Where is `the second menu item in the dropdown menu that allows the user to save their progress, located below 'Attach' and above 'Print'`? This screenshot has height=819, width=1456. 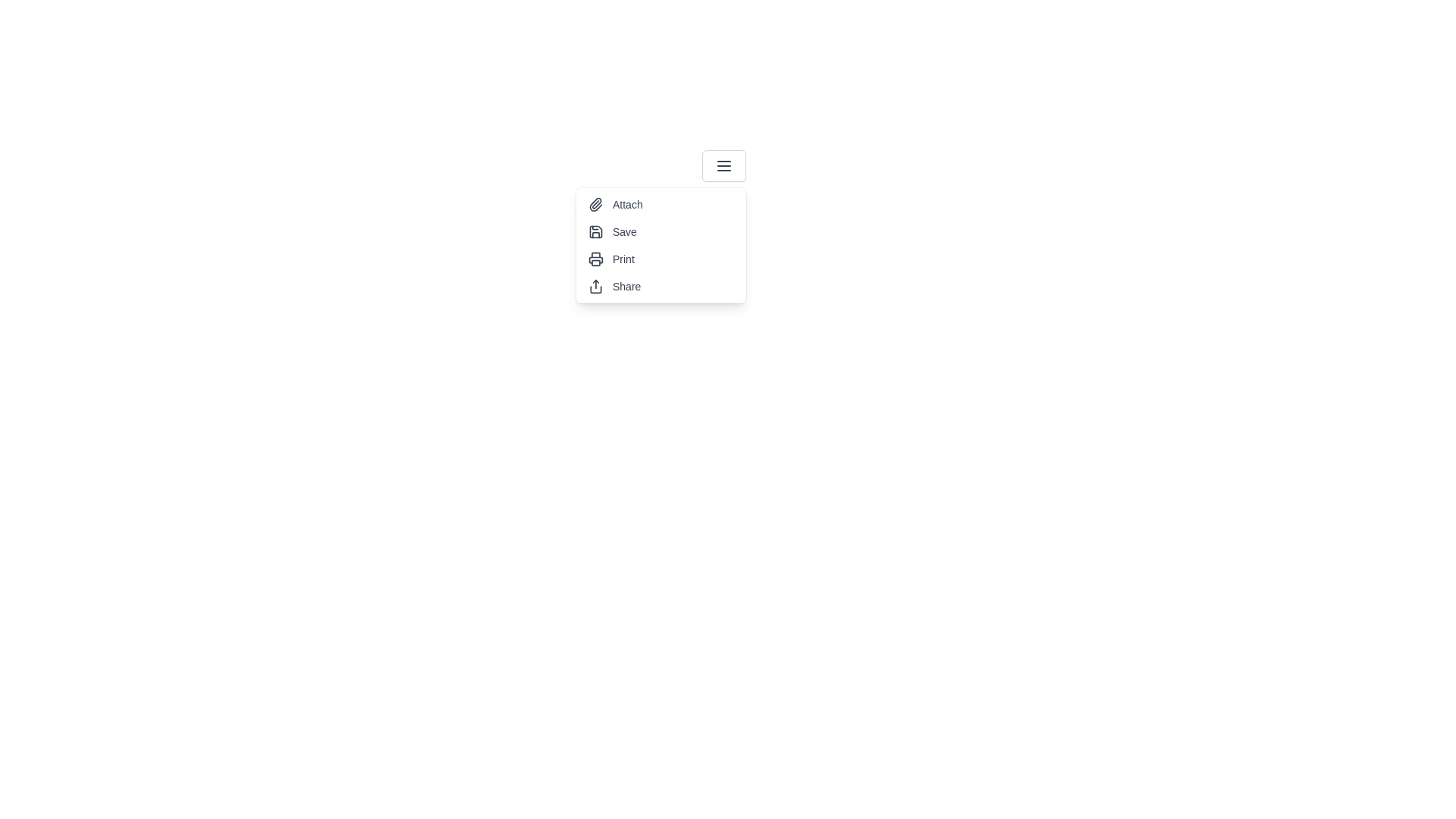 the second menu item in the dropdown menu that allows the user to save their progress, located below 'Attach' and above 'Print' is located at coordinates (661, 231).